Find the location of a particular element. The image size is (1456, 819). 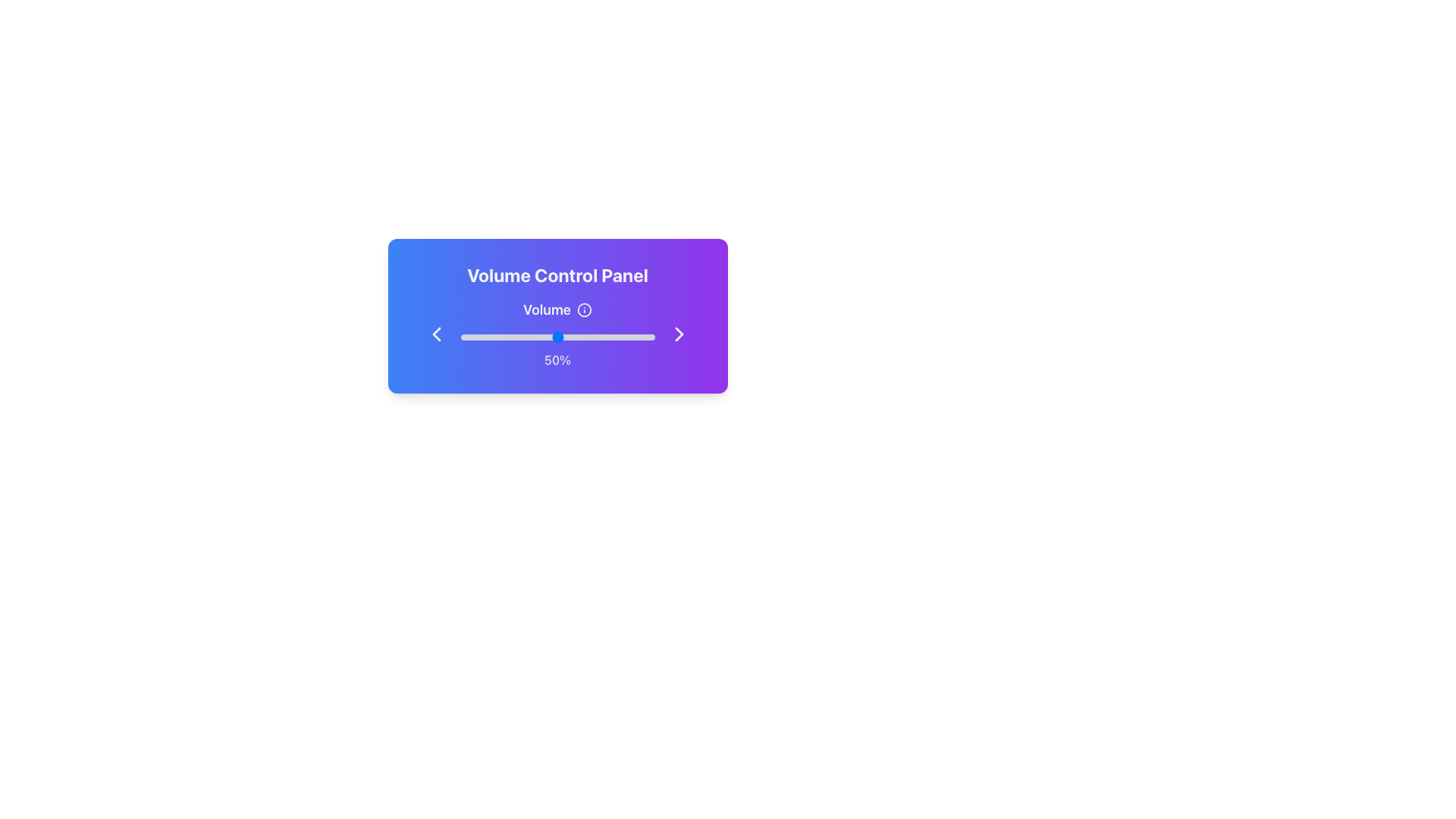

the Chevron Icon button located at the far-right of the Volume Control Panel to interact and potentially increase the volume is located at coordinates (678, 333).